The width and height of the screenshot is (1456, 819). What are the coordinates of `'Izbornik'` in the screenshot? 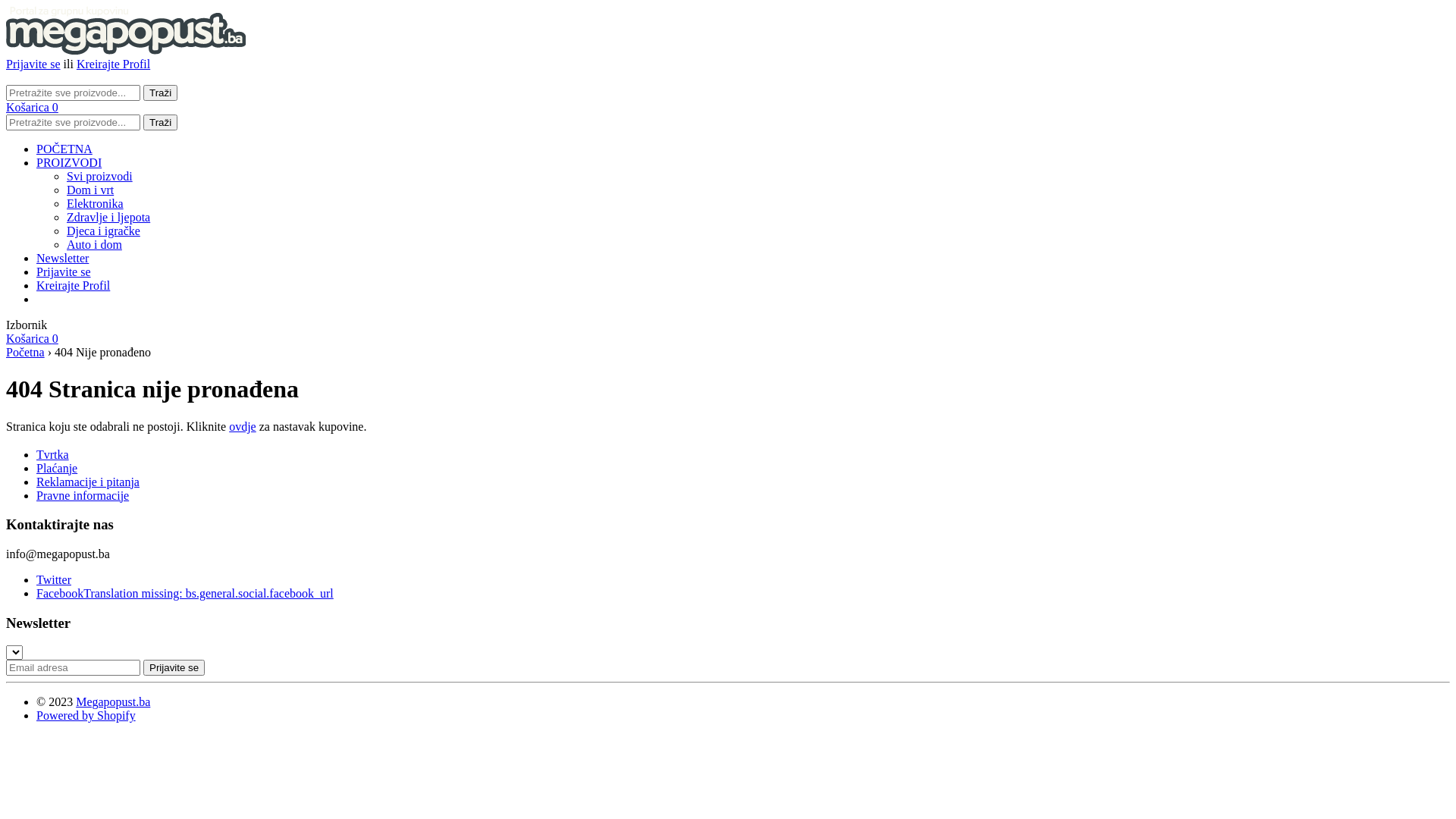 It's located at (26, 324).